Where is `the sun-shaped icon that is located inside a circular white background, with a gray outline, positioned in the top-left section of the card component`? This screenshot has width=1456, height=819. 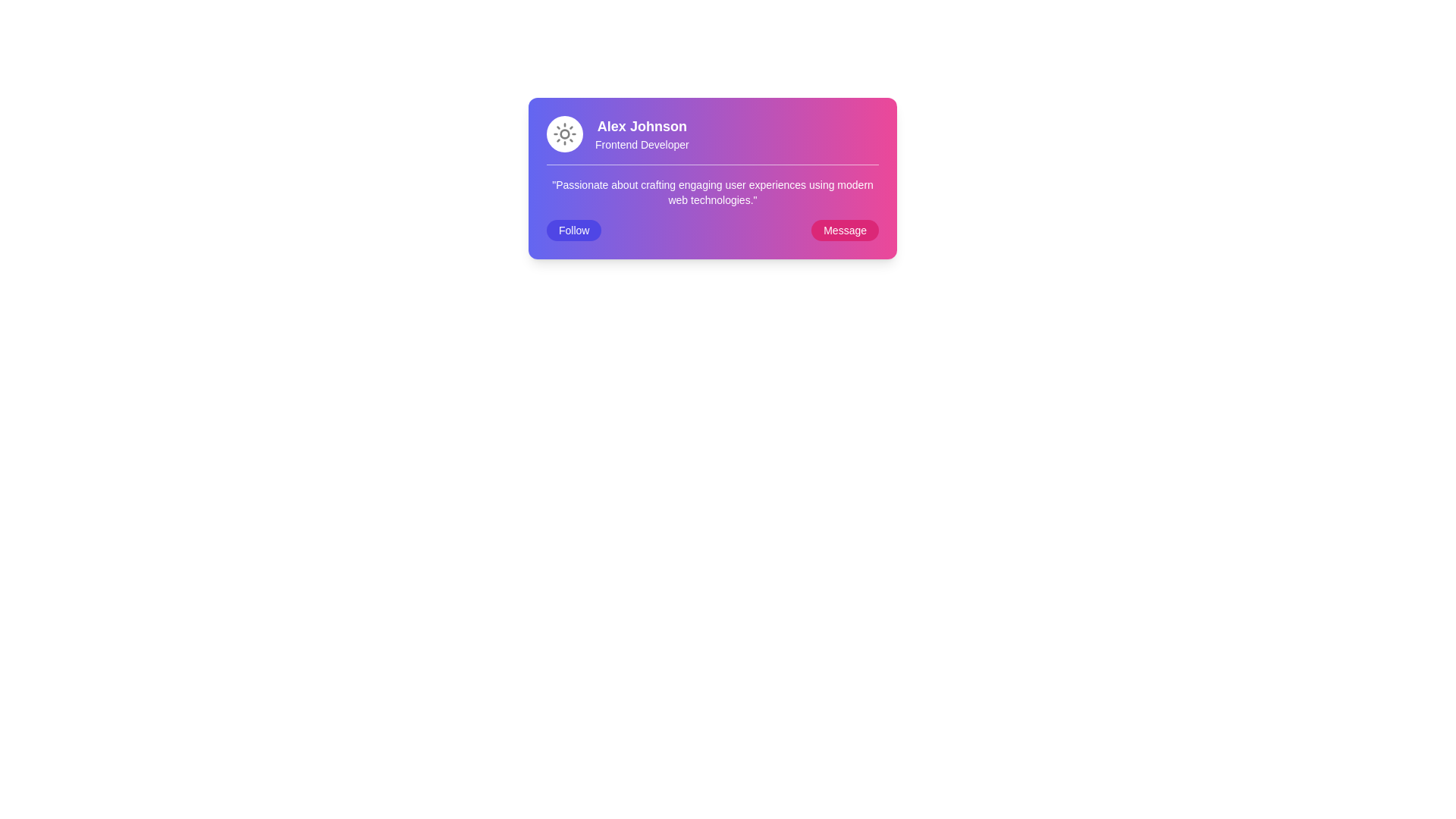 the sun-shaped icon that is located inside a circular white background, with a gray outline, positioned in the top-left section of the card component is located at coordinates (563, 133).